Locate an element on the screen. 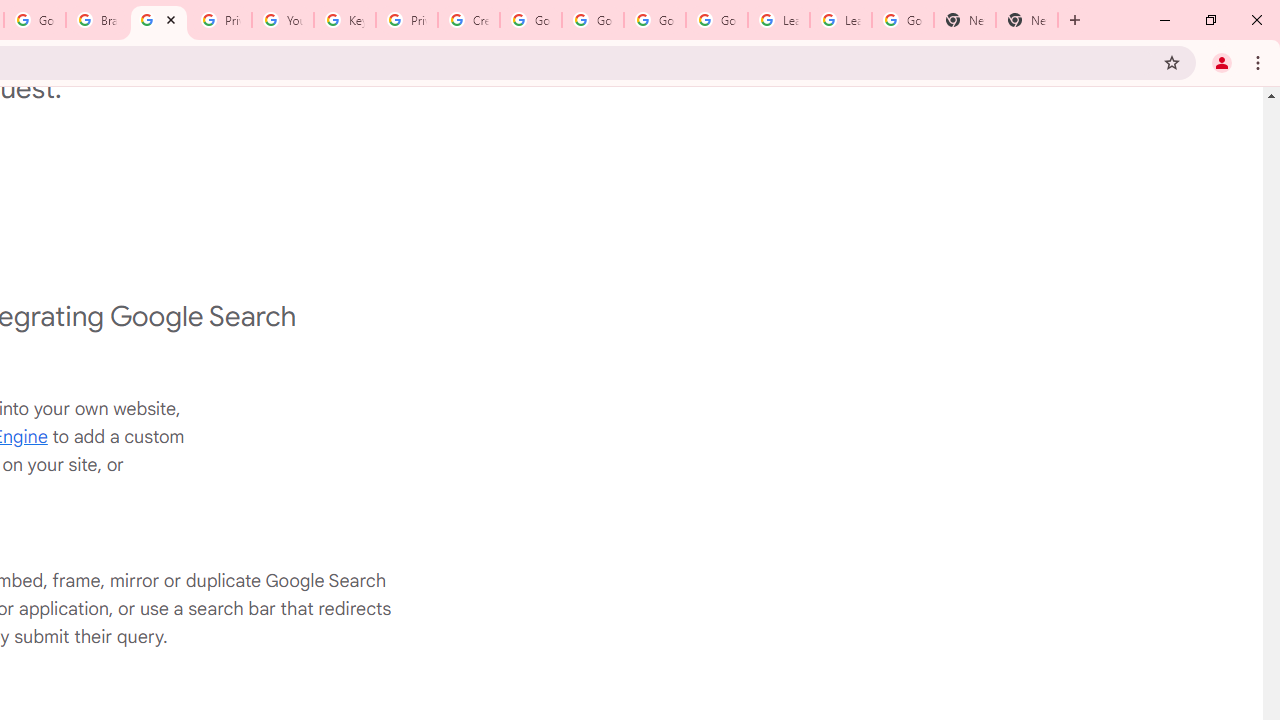  'Brand Resource Center' is located at coordinates (96, 20).